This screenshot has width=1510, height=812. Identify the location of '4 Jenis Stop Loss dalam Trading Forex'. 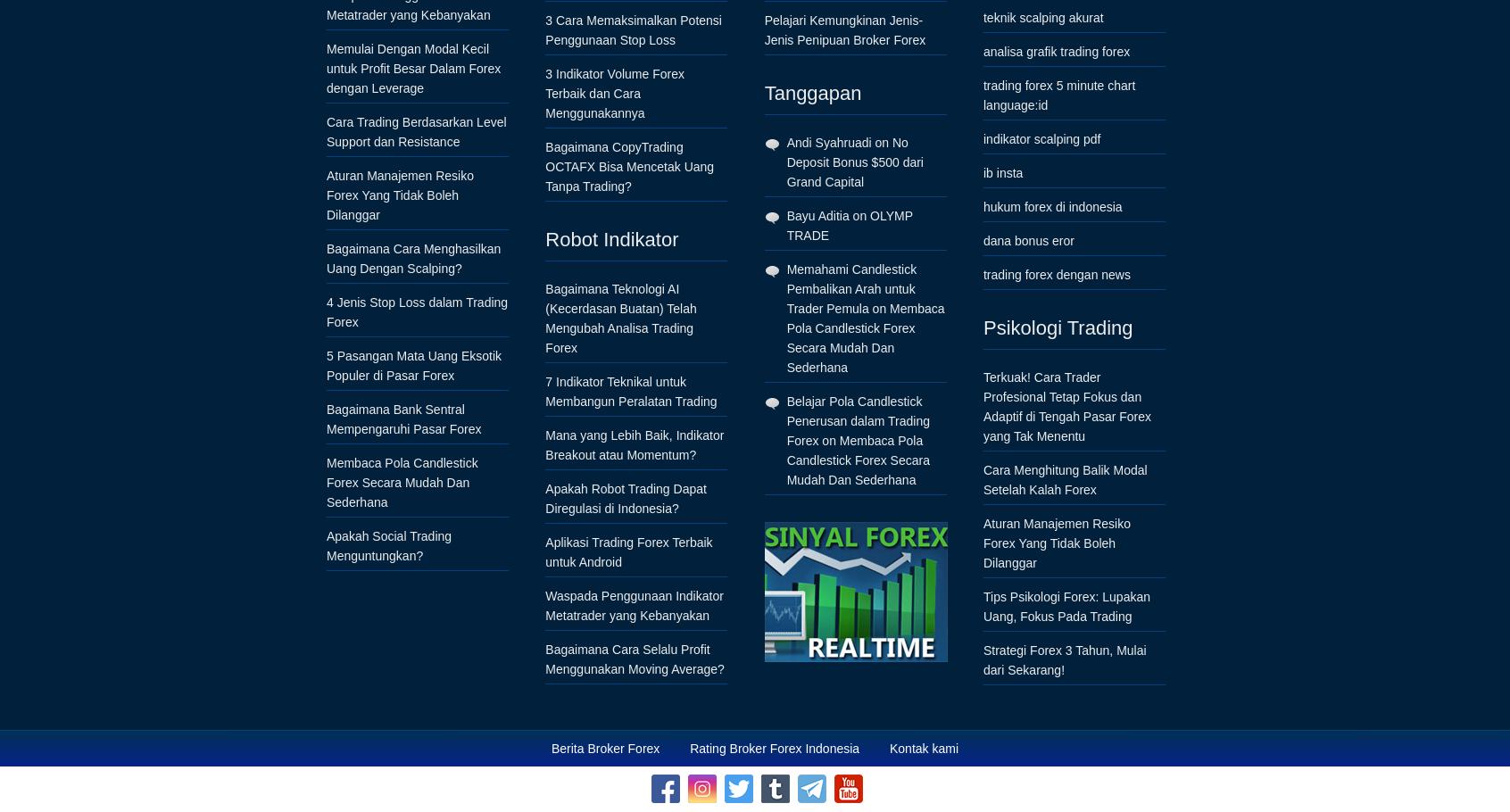
(326, 310).